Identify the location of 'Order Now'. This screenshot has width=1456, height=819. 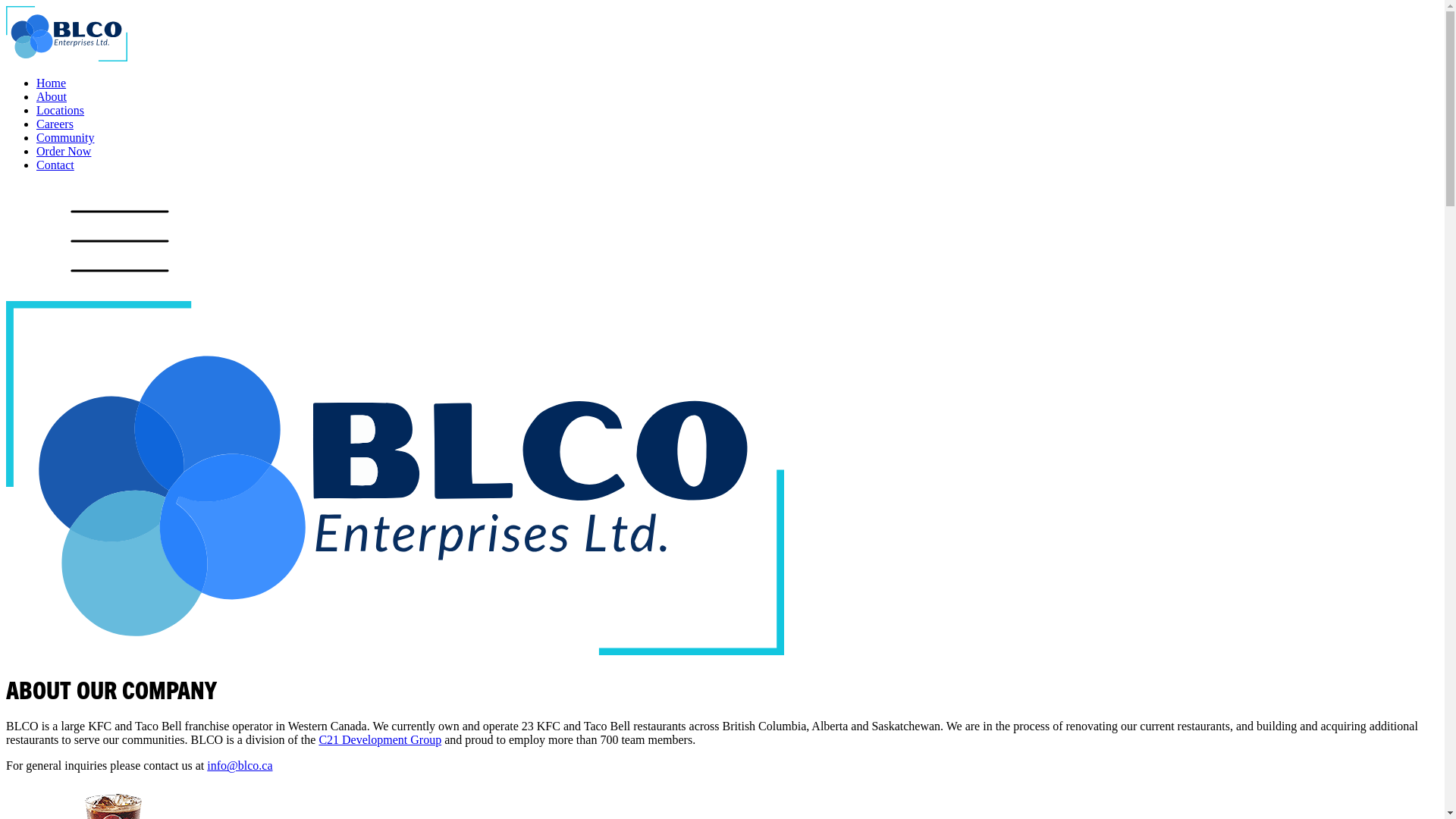
(62, 151).